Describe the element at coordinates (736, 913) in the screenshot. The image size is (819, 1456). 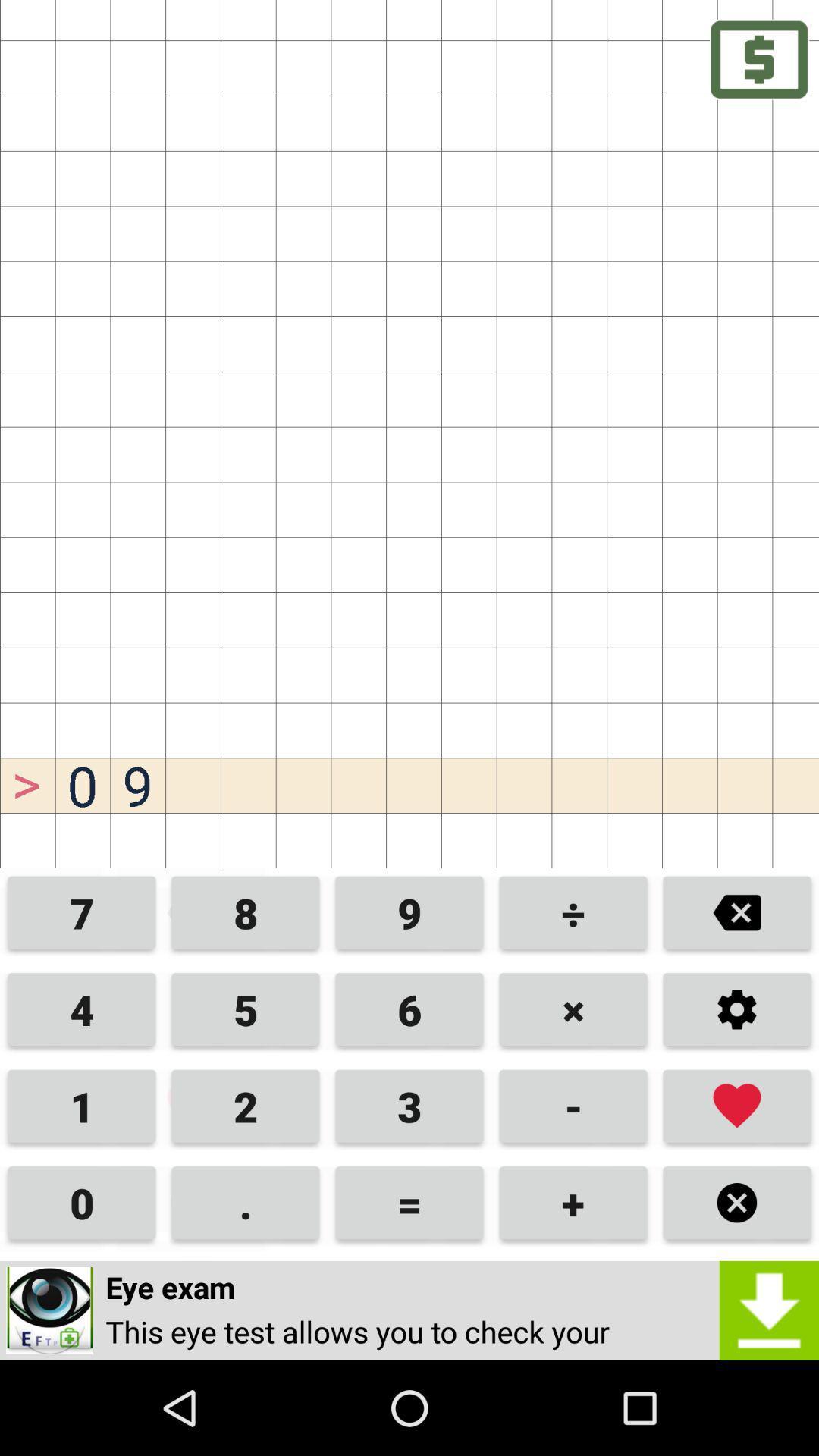
I see `erase button` at that location.